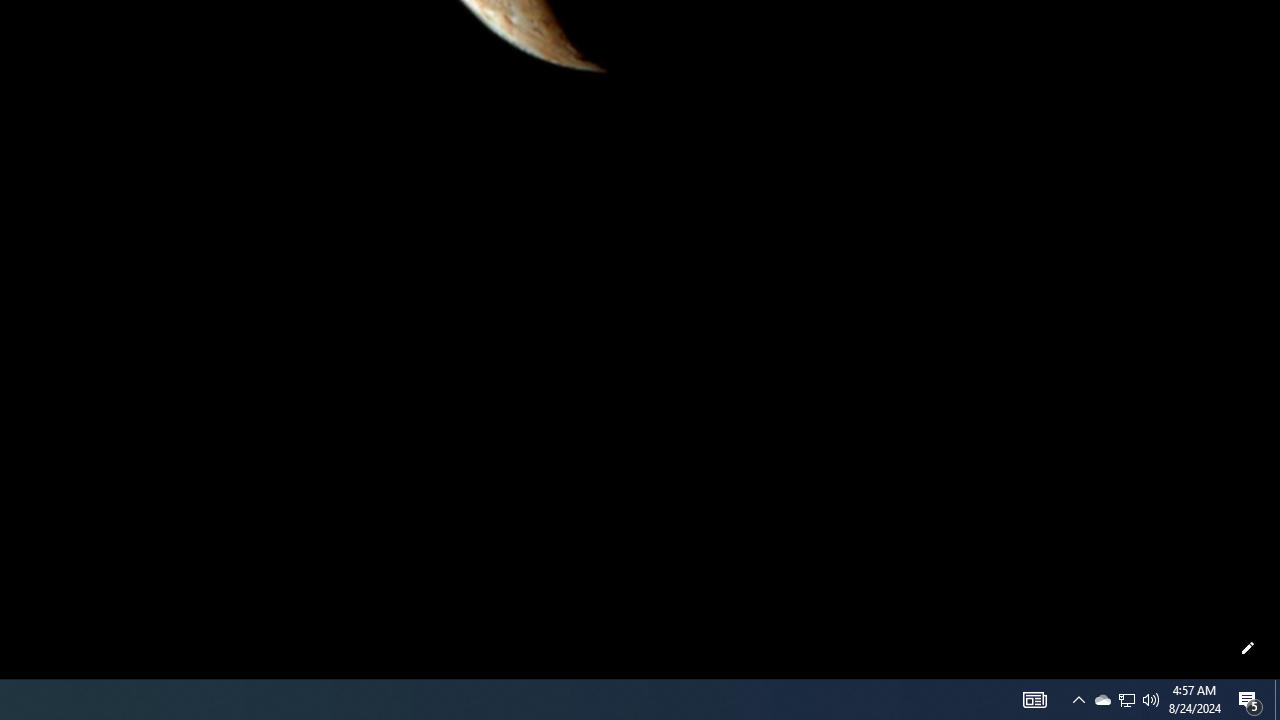 The height and width of the screenshot is (720, 1280). I want to click on 'Customize this page', so click(1247, 648).